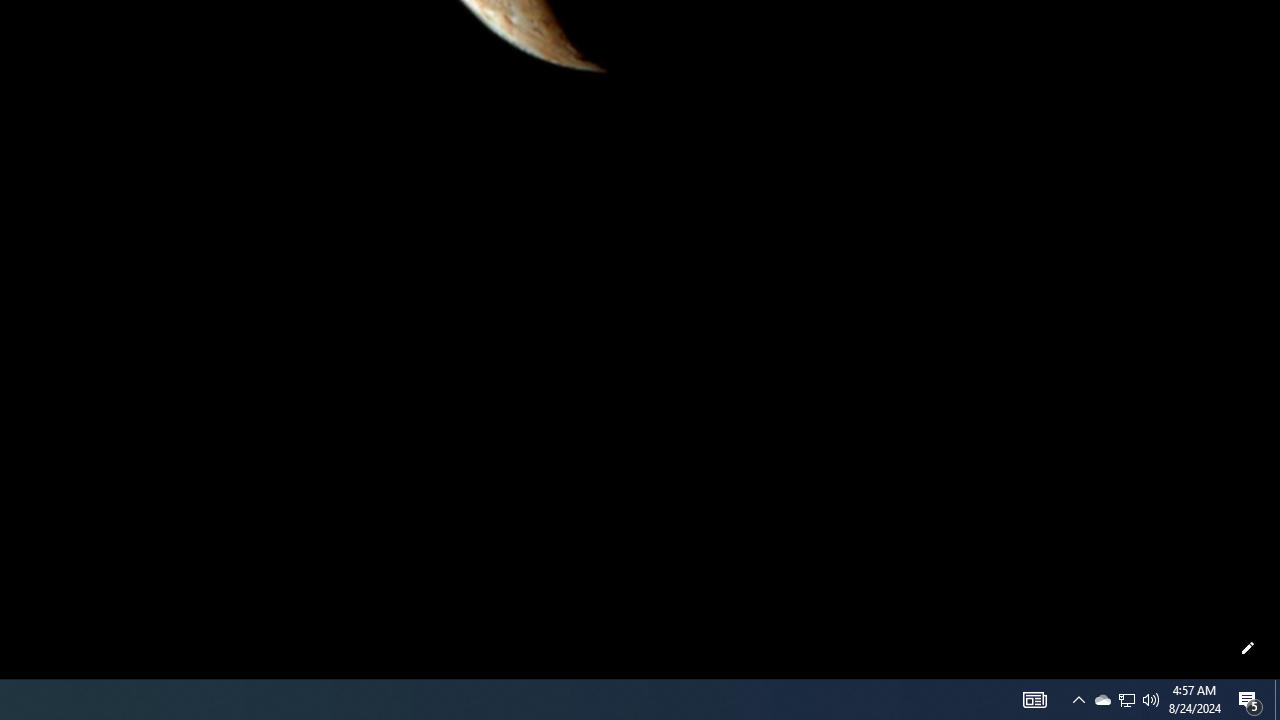 The height and width of the screenshot is (720, 1280). I want to click on 'Customize this page', so click(1247, 648).